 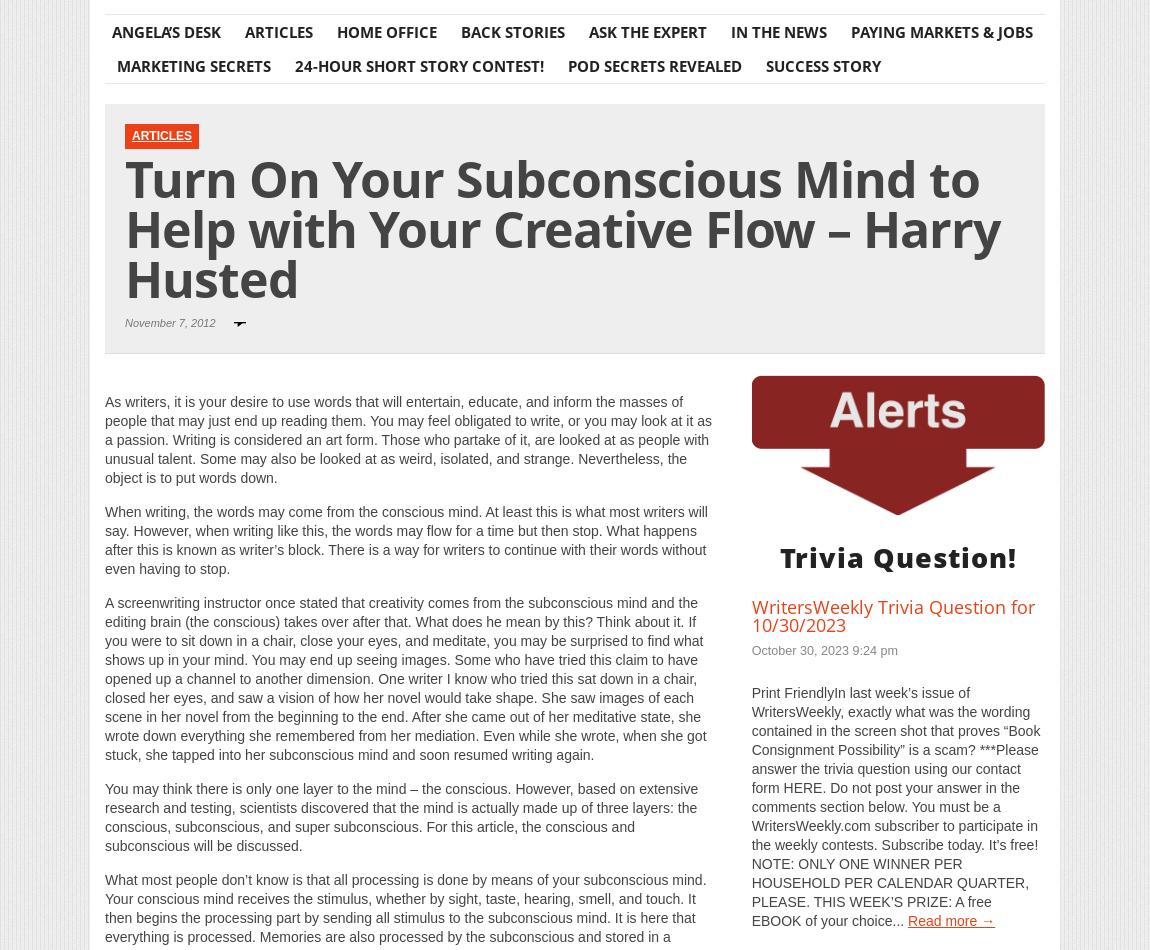 I want to click on 'Articles', so click(x=161, y=134).